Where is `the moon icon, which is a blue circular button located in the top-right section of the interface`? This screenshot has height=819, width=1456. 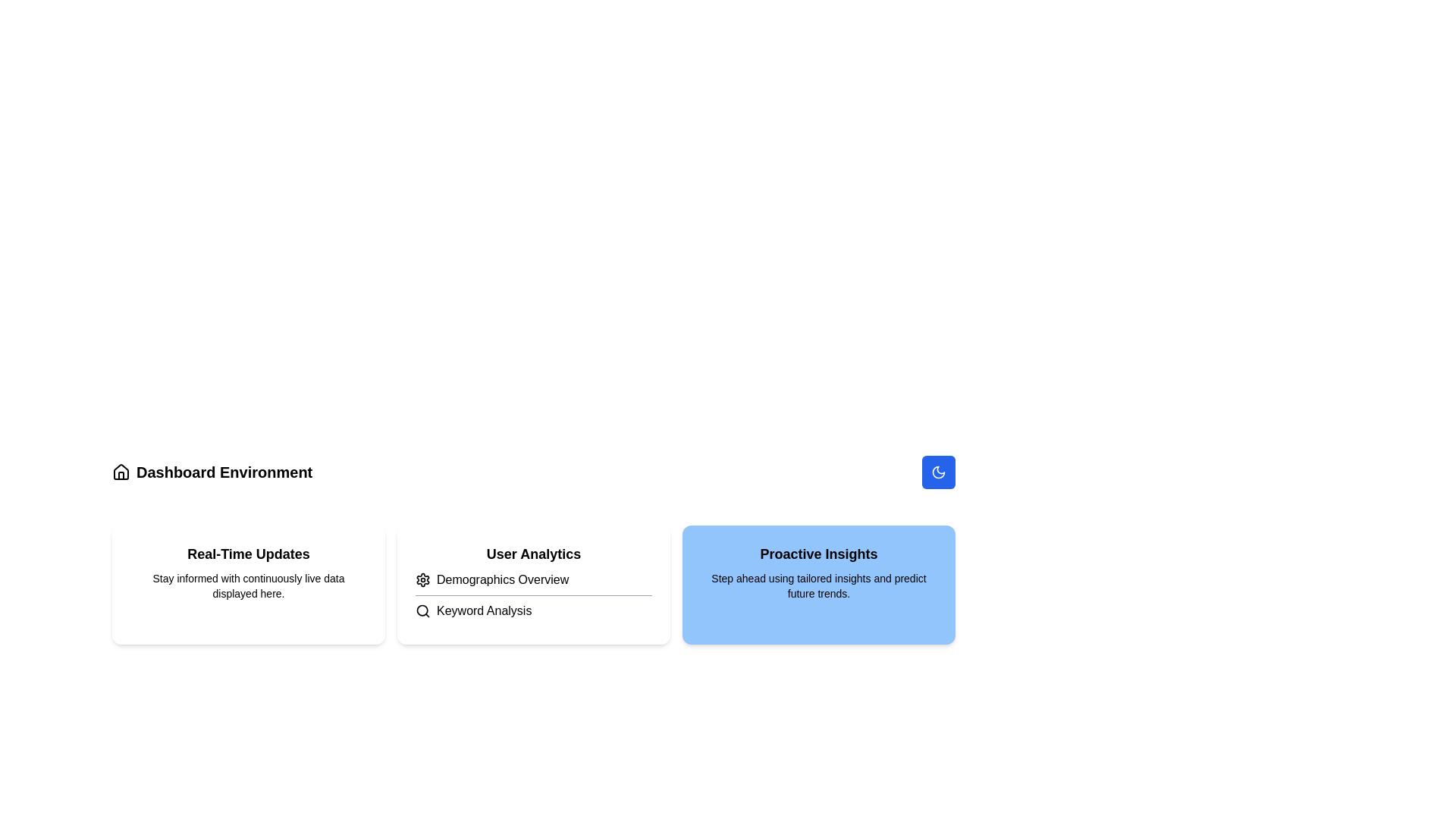
the moon icon, which is a blue circular button located in the top-right section of the interface is located at coordinates (938, 472).